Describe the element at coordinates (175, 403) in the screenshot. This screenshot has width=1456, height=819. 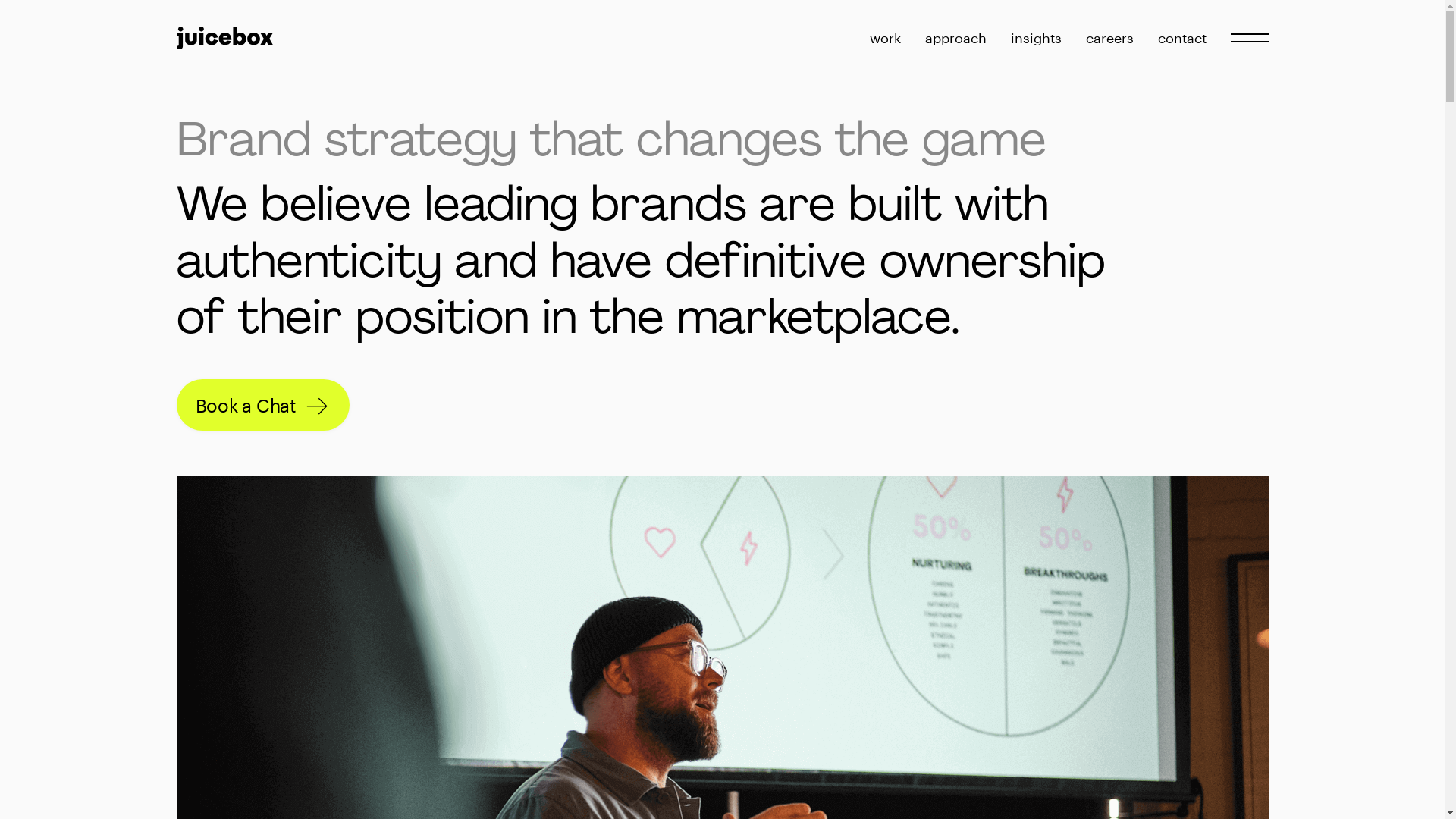
I see `'Book a Chat'` at that location.